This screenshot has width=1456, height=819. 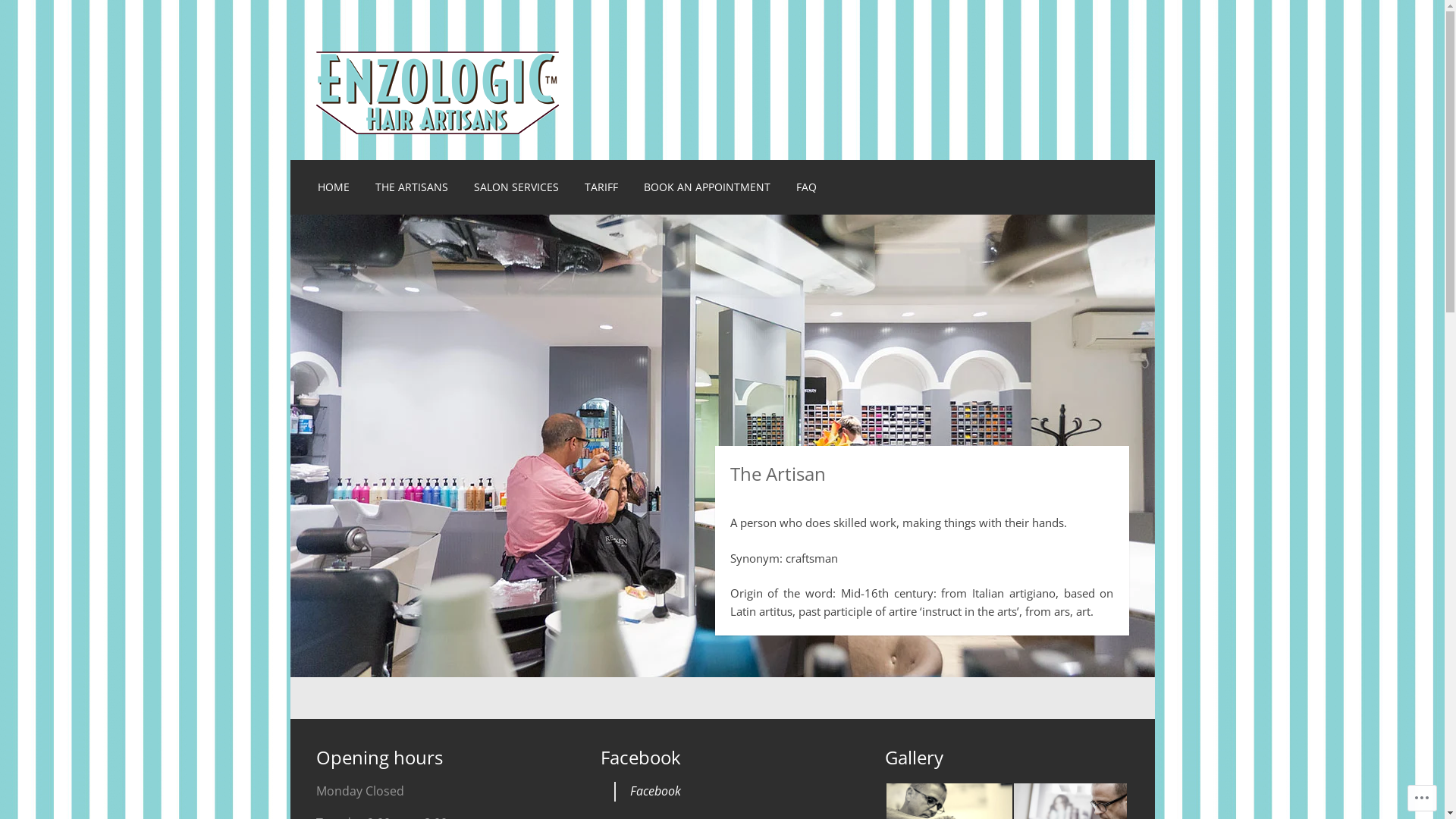 I want to click on 'BOOK AN APPOINTMENT', so click(x=706, y=186).